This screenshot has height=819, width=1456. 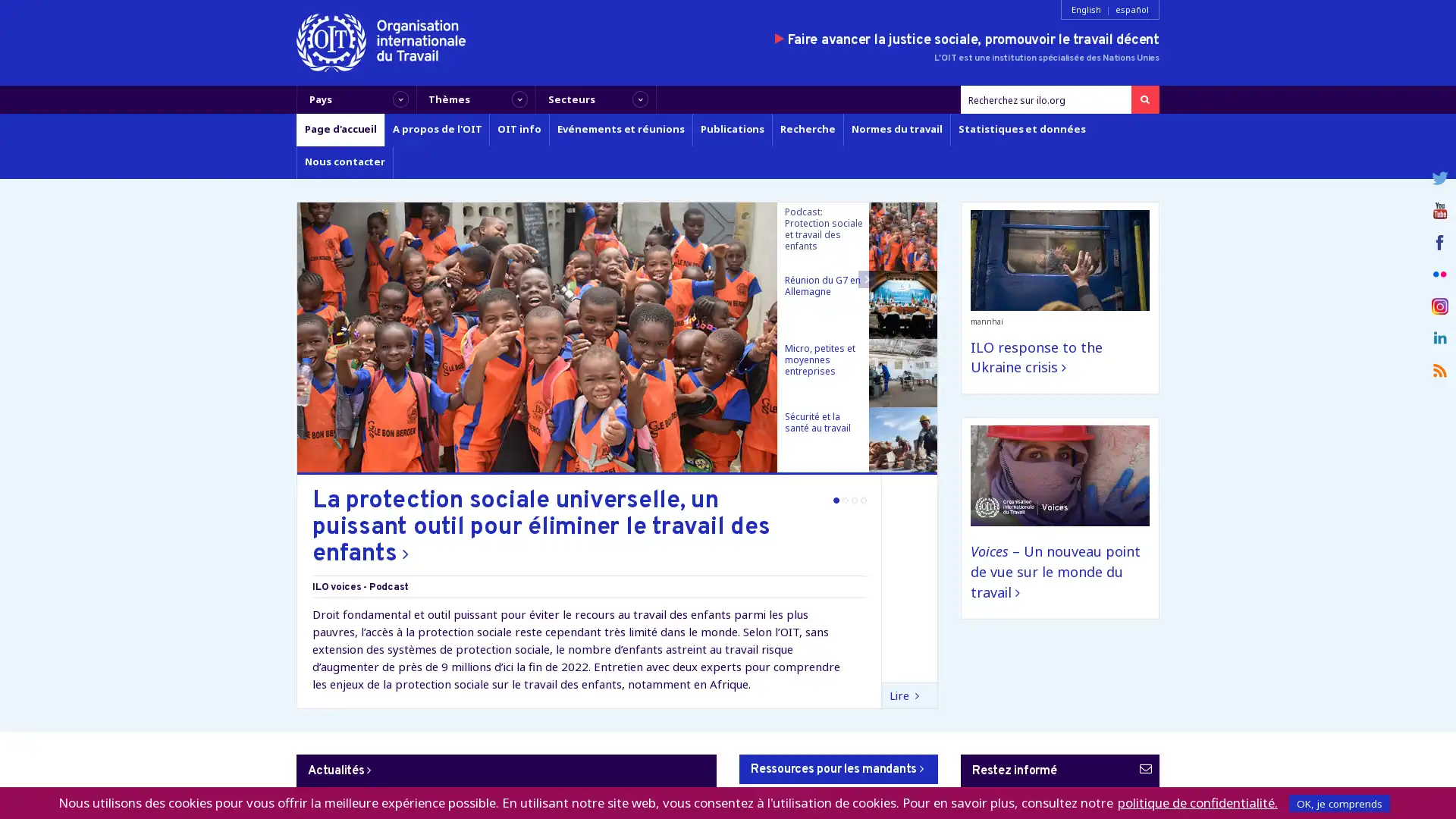 What do you see at coordinates (1144, 99) in the screenshot?
I see `Recherchez:` at bounding box center [1144, 99].